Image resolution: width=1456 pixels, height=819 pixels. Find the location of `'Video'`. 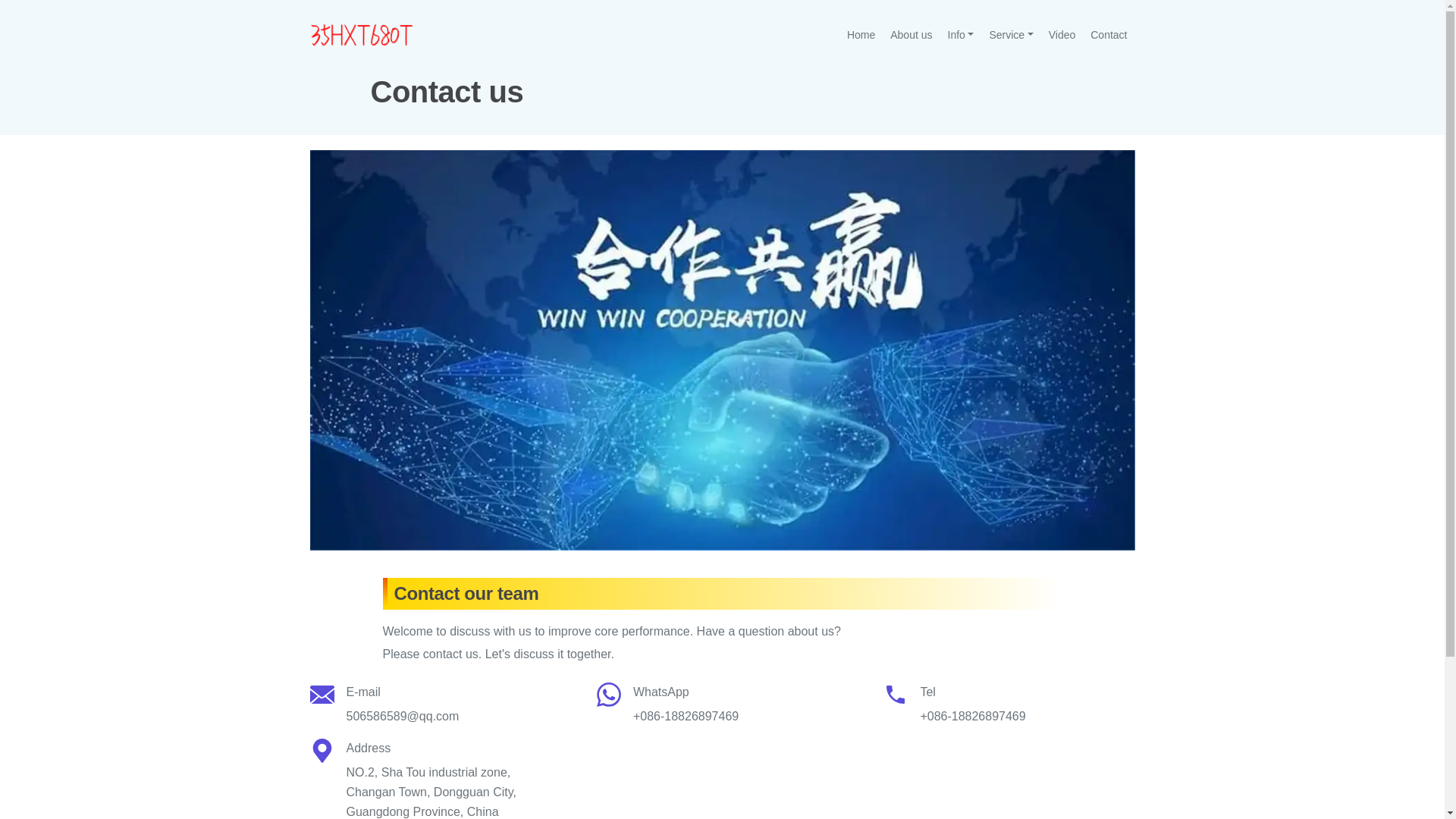

'Video' is located at coordinates (1062, 34).